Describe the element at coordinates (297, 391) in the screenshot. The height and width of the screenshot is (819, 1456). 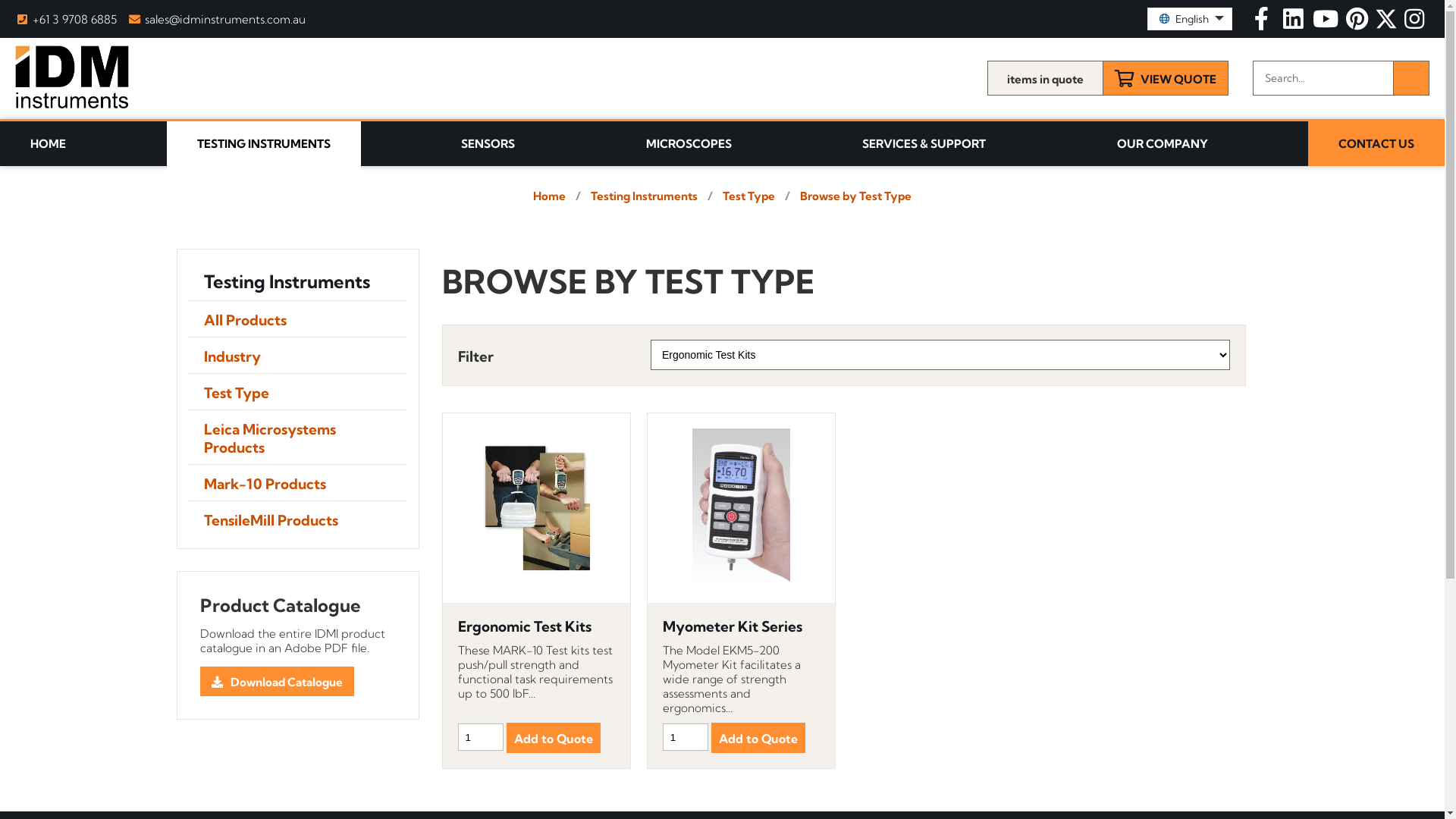
I see `'Test Type'` at that location.